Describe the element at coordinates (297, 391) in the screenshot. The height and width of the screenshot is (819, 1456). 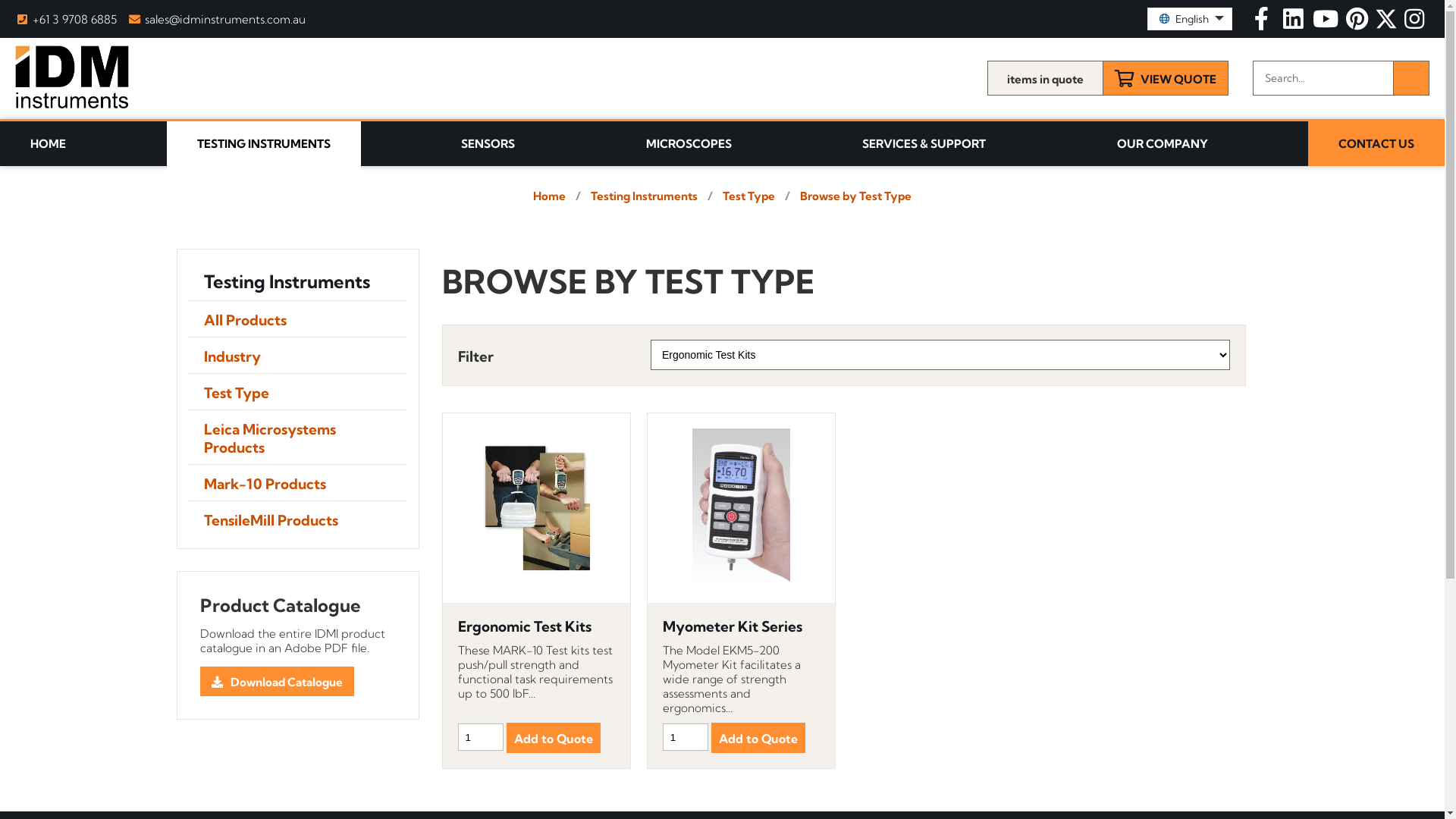
I see `'Test Type'` at that location.